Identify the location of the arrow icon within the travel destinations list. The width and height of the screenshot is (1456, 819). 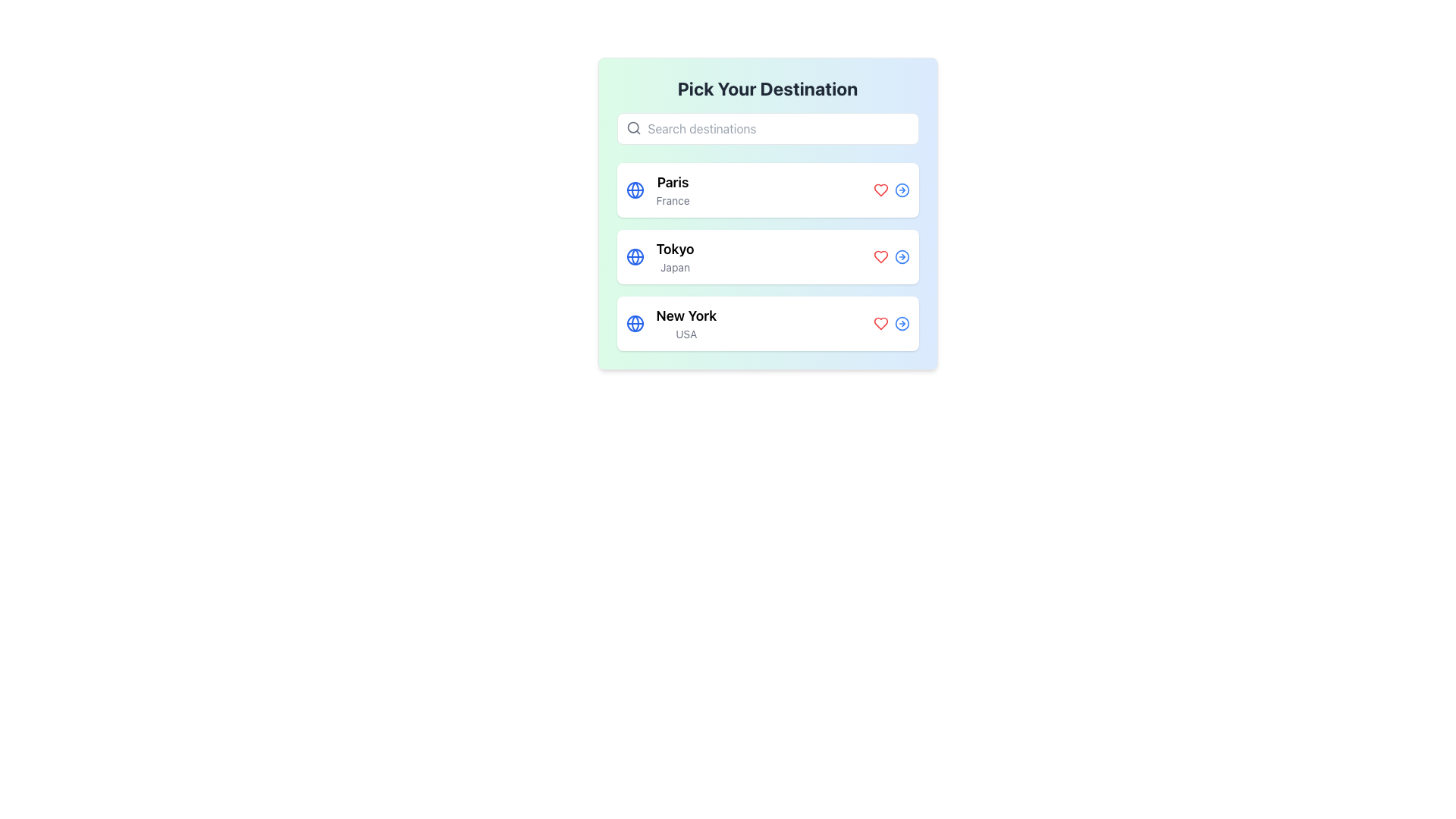
(767, 213).